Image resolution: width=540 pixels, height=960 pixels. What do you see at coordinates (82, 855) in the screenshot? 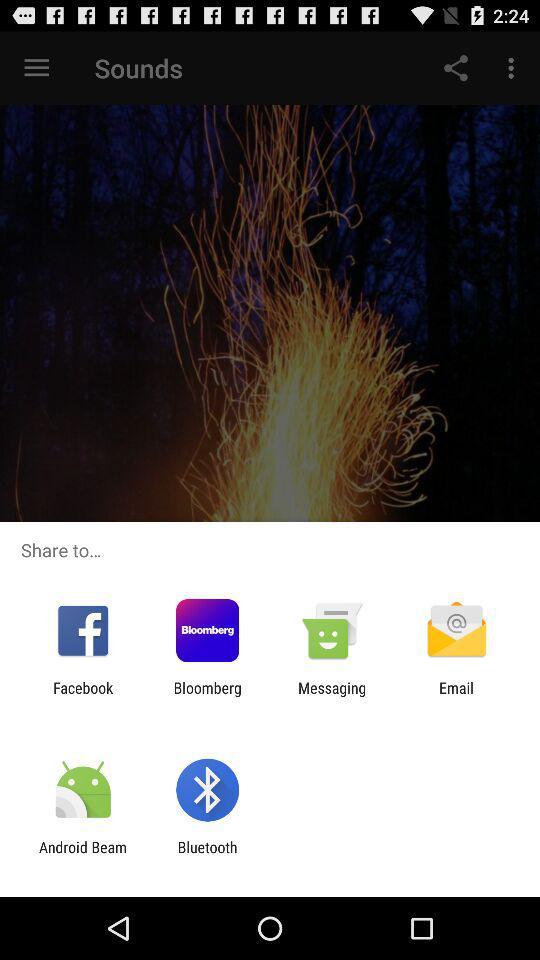
I see `the android beam` at bounding box center [82, 855].